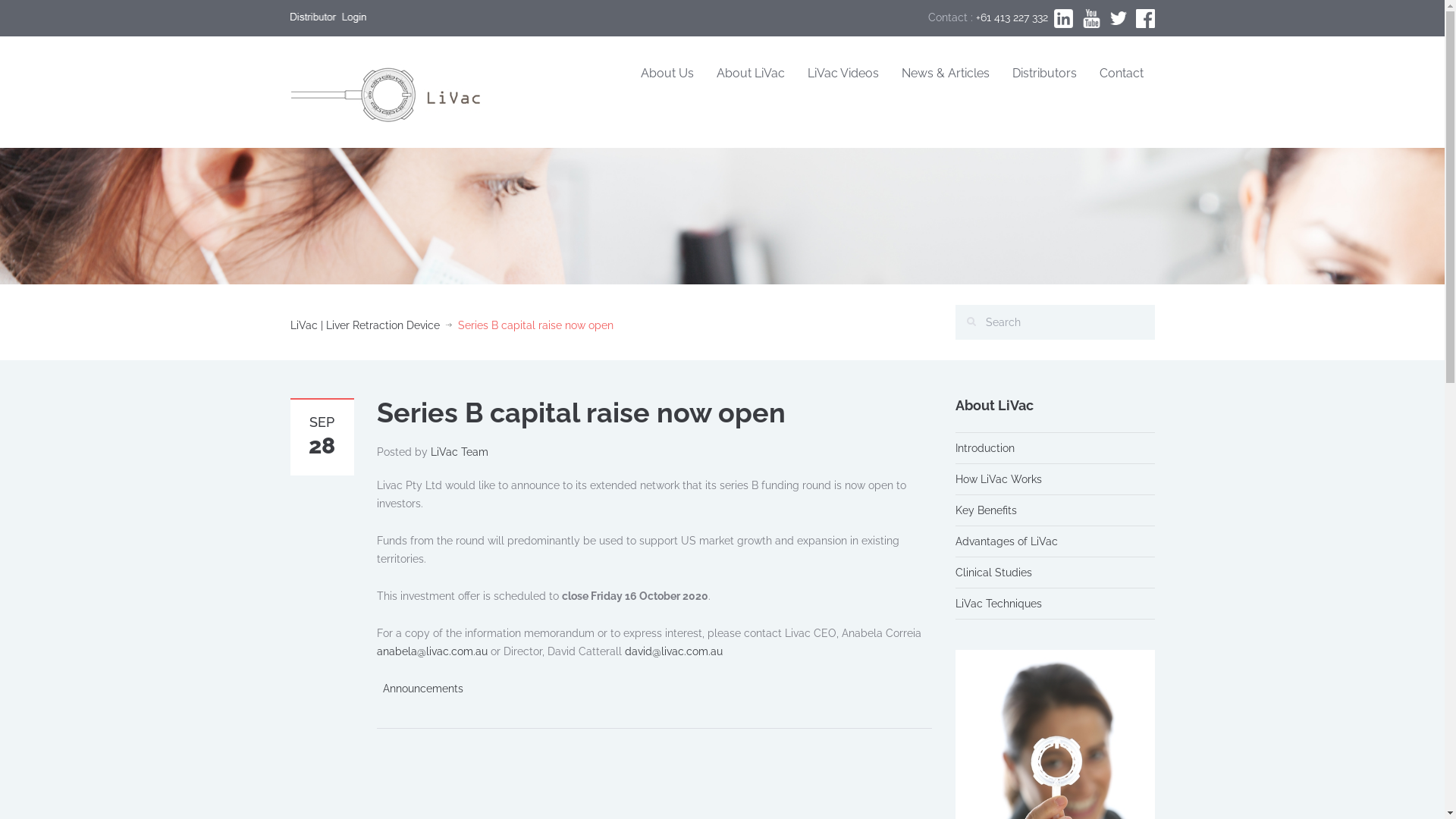 The width and height of the screenshot is (1456, 819). I want to click on 'About LiVac', so click(750, 74).